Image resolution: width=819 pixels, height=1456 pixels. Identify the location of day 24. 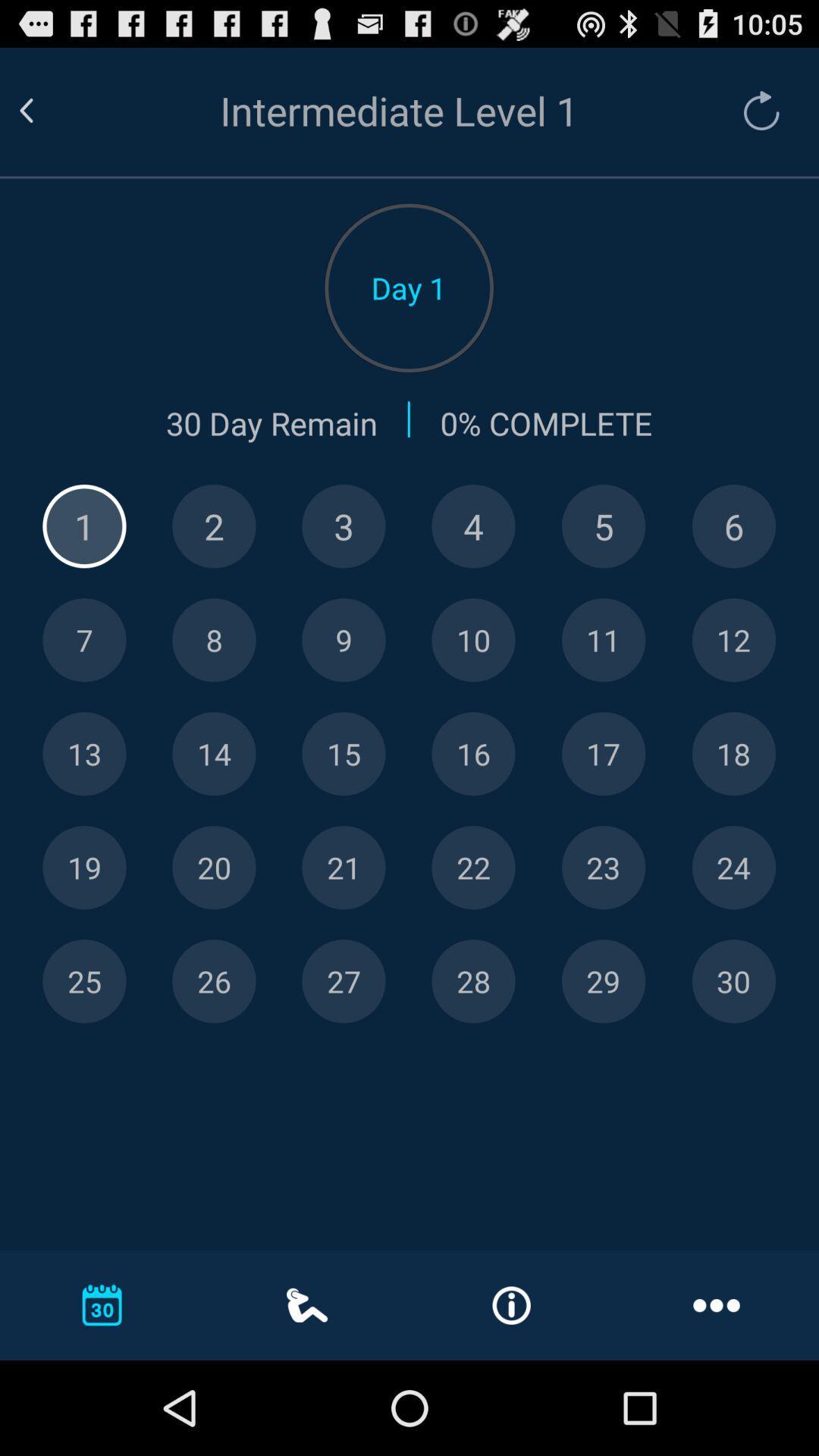
(733, 868).